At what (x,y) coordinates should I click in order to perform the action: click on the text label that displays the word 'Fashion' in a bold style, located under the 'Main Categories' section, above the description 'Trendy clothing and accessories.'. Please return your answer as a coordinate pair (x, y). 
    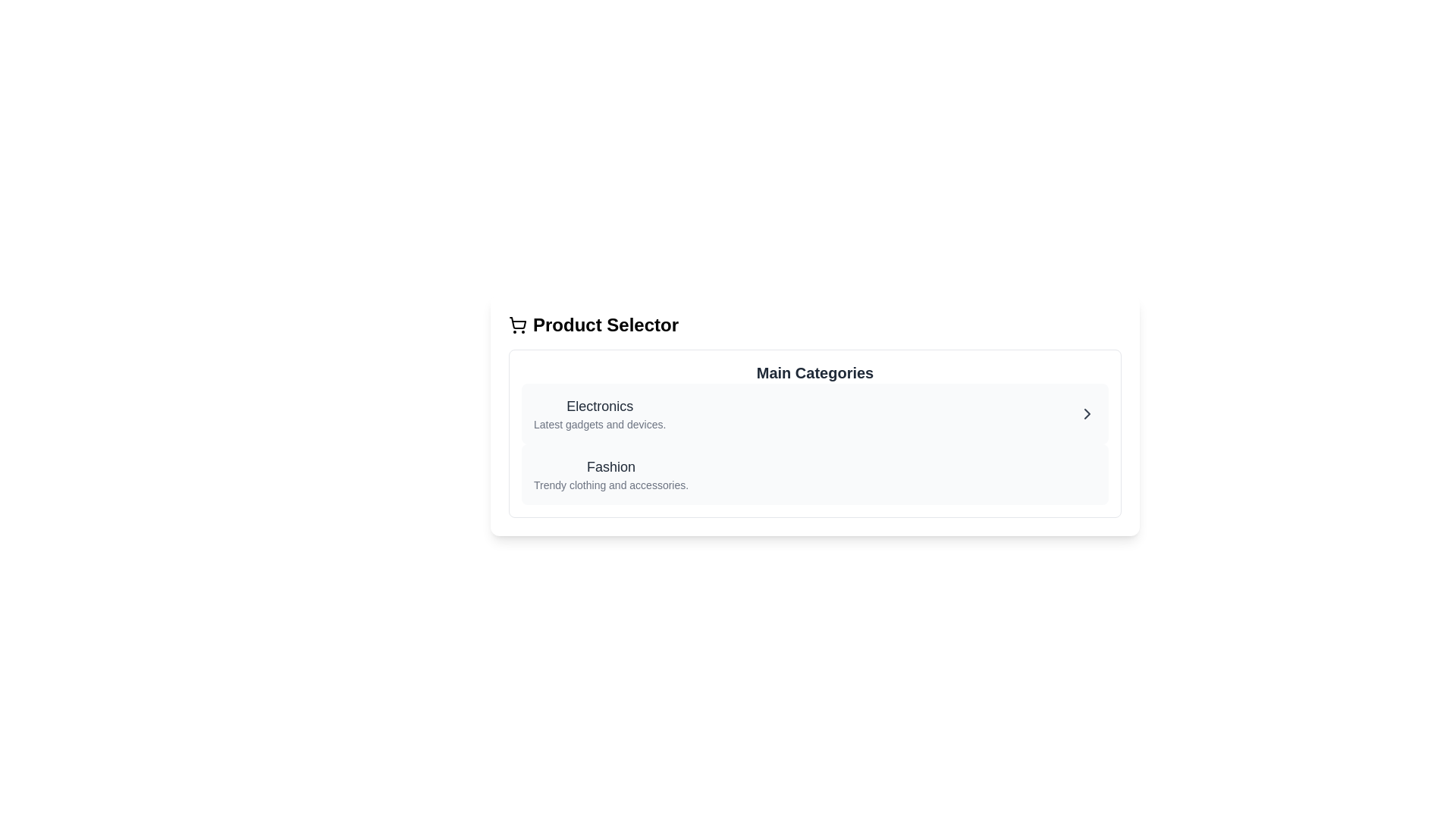
    Looking at the image, I should click on (611, 466).